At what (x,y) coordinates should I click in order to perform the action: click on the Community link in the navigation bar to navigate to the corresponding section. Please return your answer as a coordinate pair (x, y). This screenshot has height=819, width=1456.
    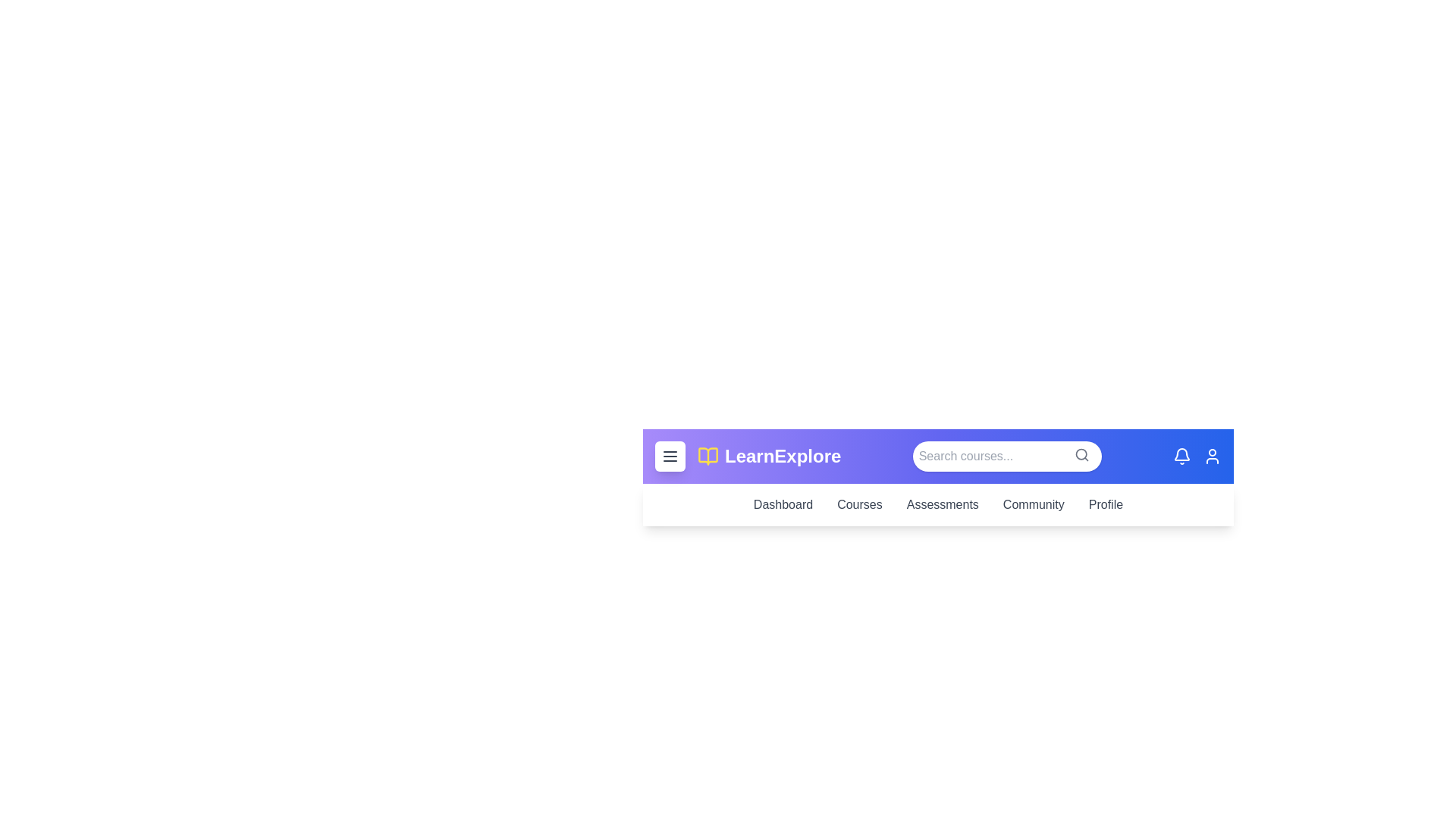
    Looking at the image, I should click on (1033, 505).